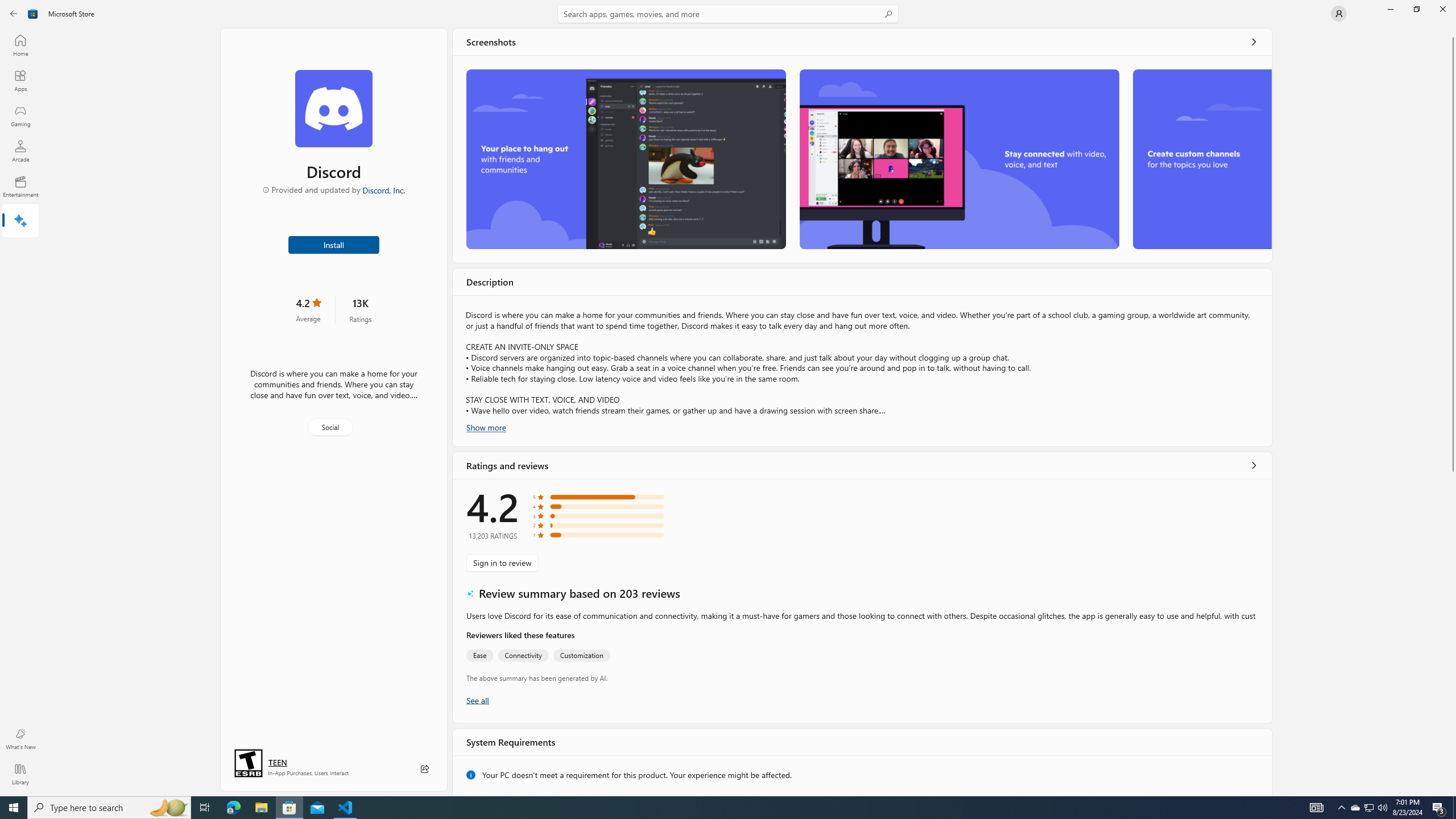 This screenshot has height=819, width=1456. Describe the element at coordinates (626, 159) in the screenshot. I see `'Screenshot 1'` at that location.